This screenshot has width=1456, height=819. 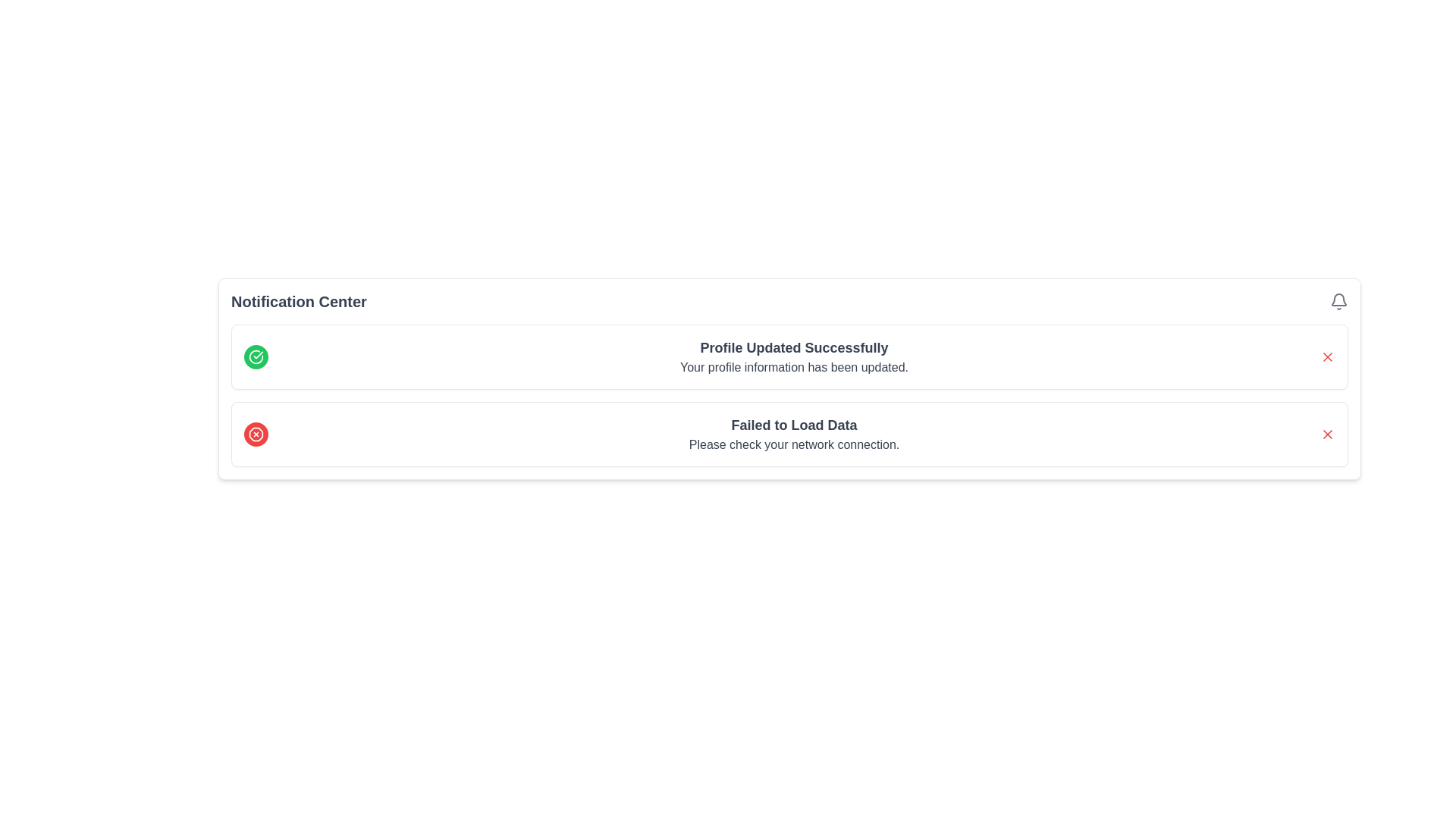 What do you see at coordinates (793, 368) in the screenshot?
I see `the text display element that confirms the successful update of profile information, located below the 'Profile Updated Successfully' header in the notification card` at bounding box center [793, 368].